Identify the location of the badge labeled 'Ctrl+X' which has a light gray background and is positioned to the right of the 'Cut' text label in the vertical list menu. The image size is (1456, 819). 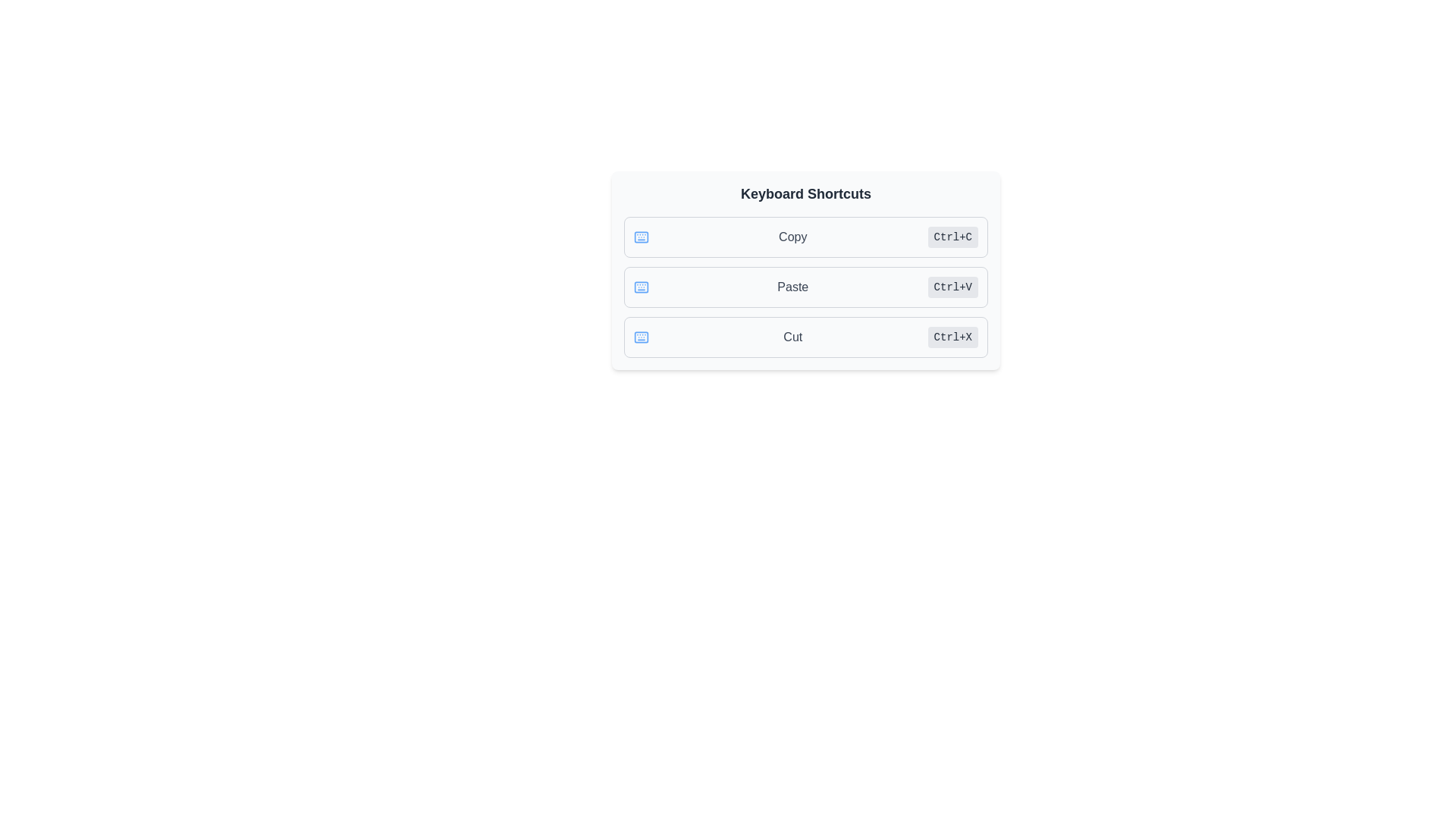
(952, 336).